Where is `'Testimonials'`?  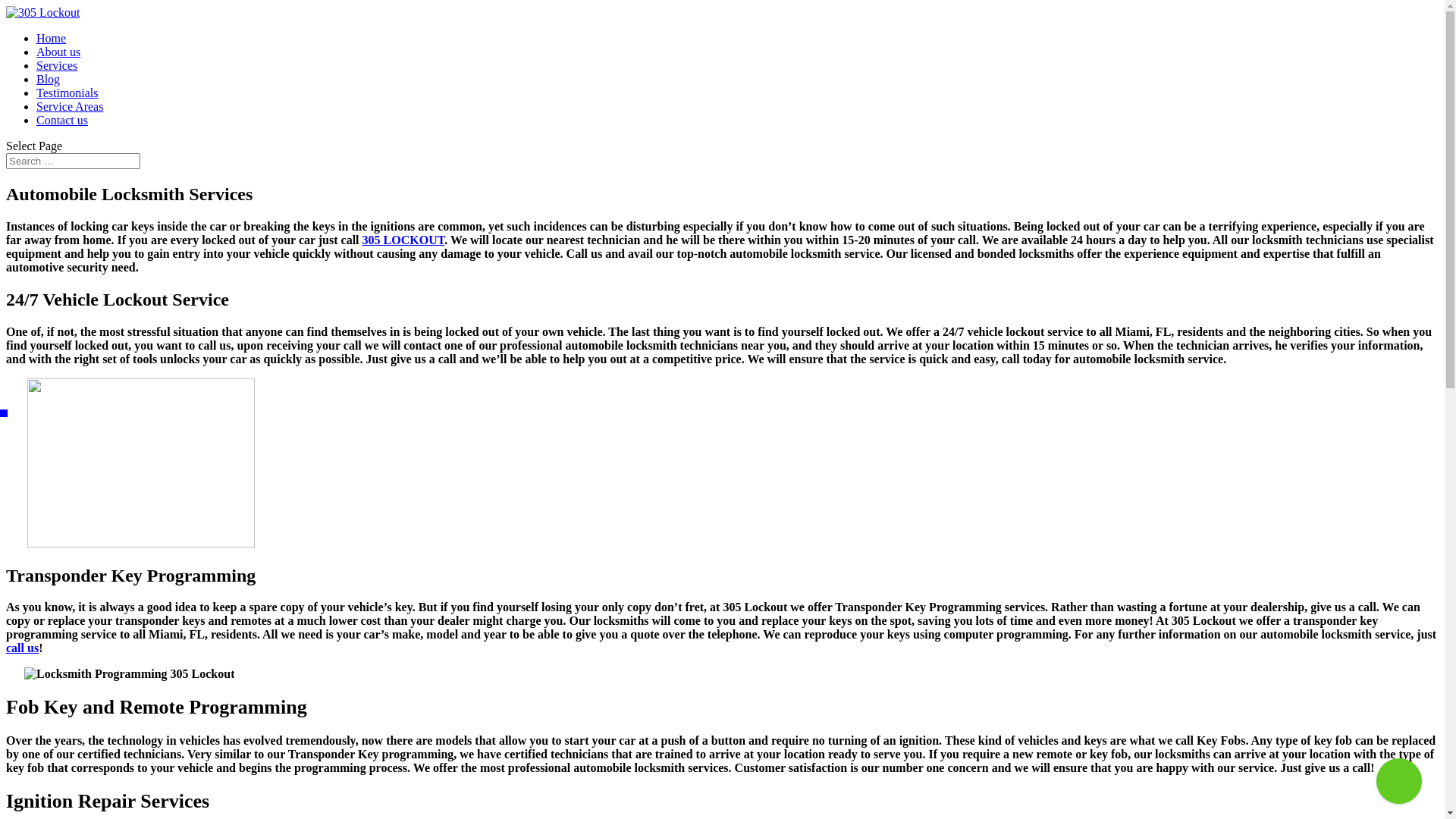
'Testimonials' is located at coordinates (67, 93).